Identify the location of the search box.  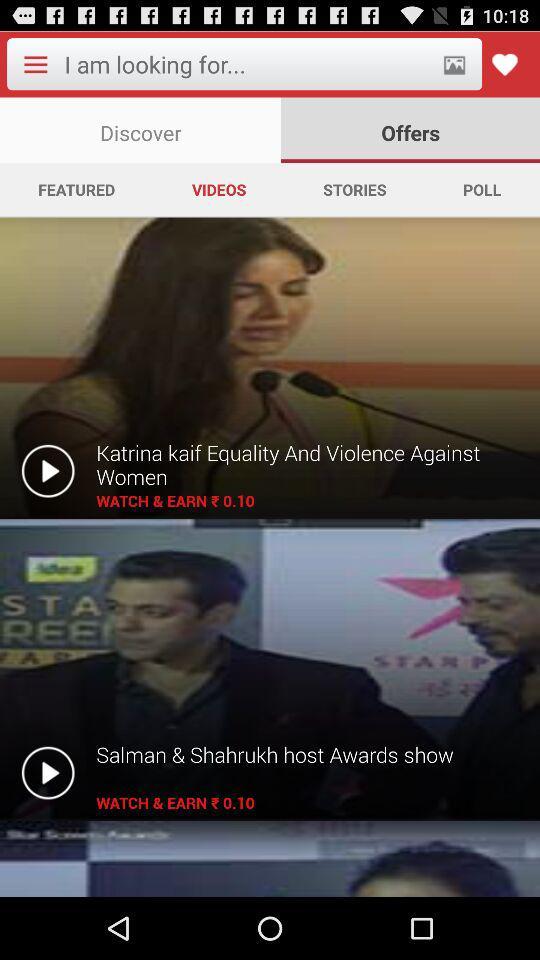
(247, 64).